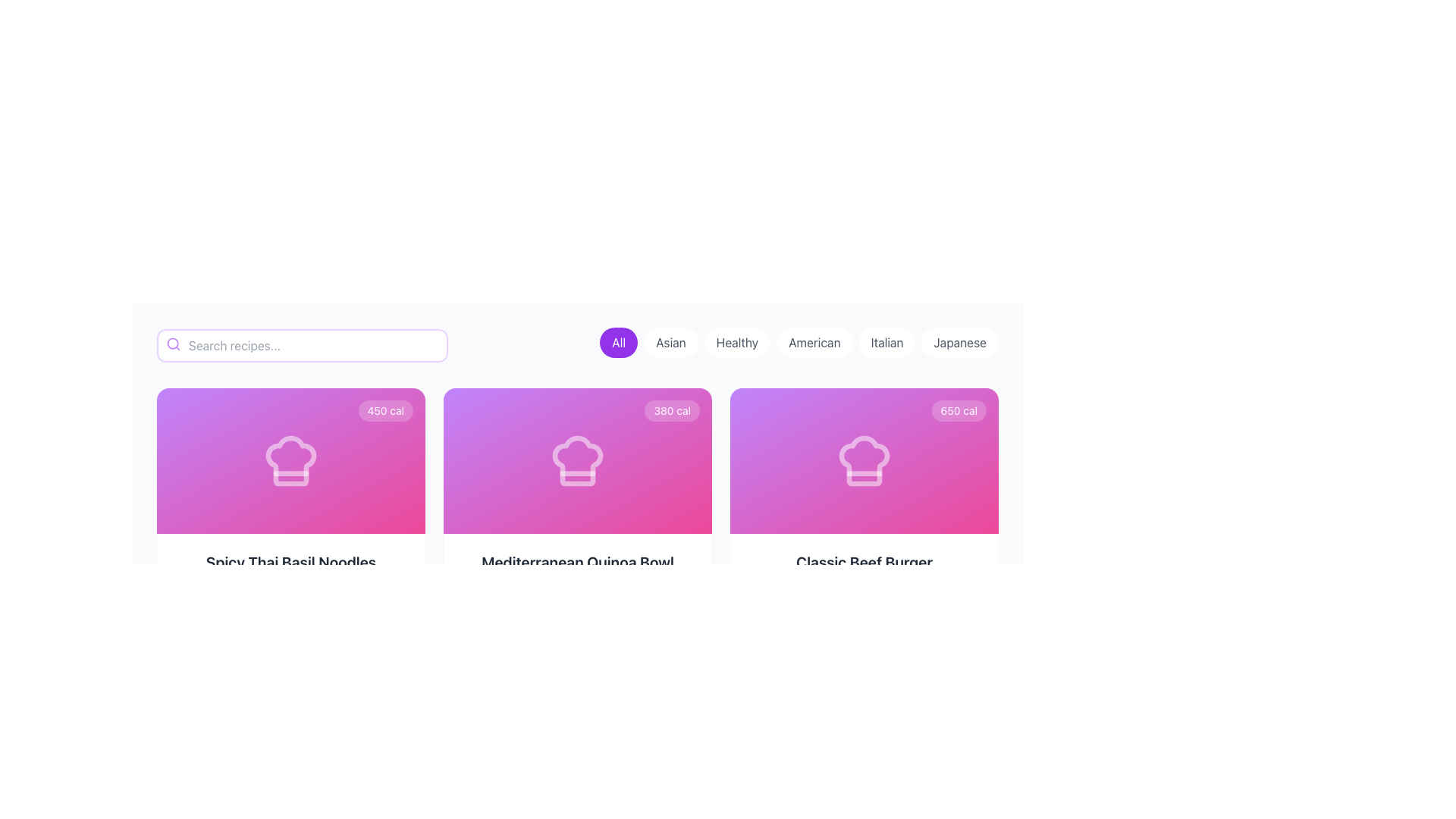 The width and height of the screenshot is (1456, 819). I want to click on the button labeled 'Italian', so click(887, 342).